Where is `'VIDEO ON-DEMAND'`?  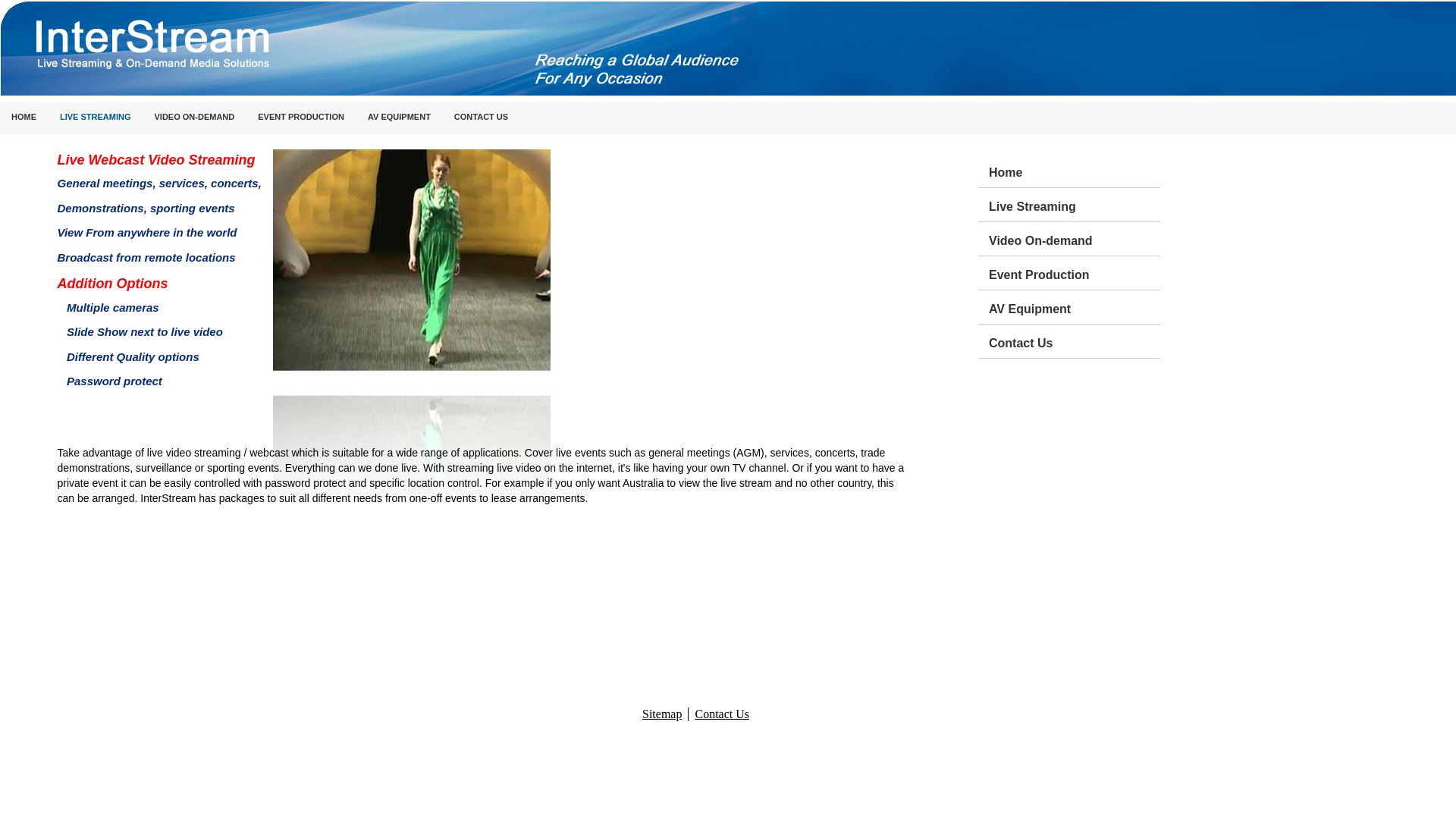 'VIDEO ON-DEMAND' is located at coordinates (194, 117).